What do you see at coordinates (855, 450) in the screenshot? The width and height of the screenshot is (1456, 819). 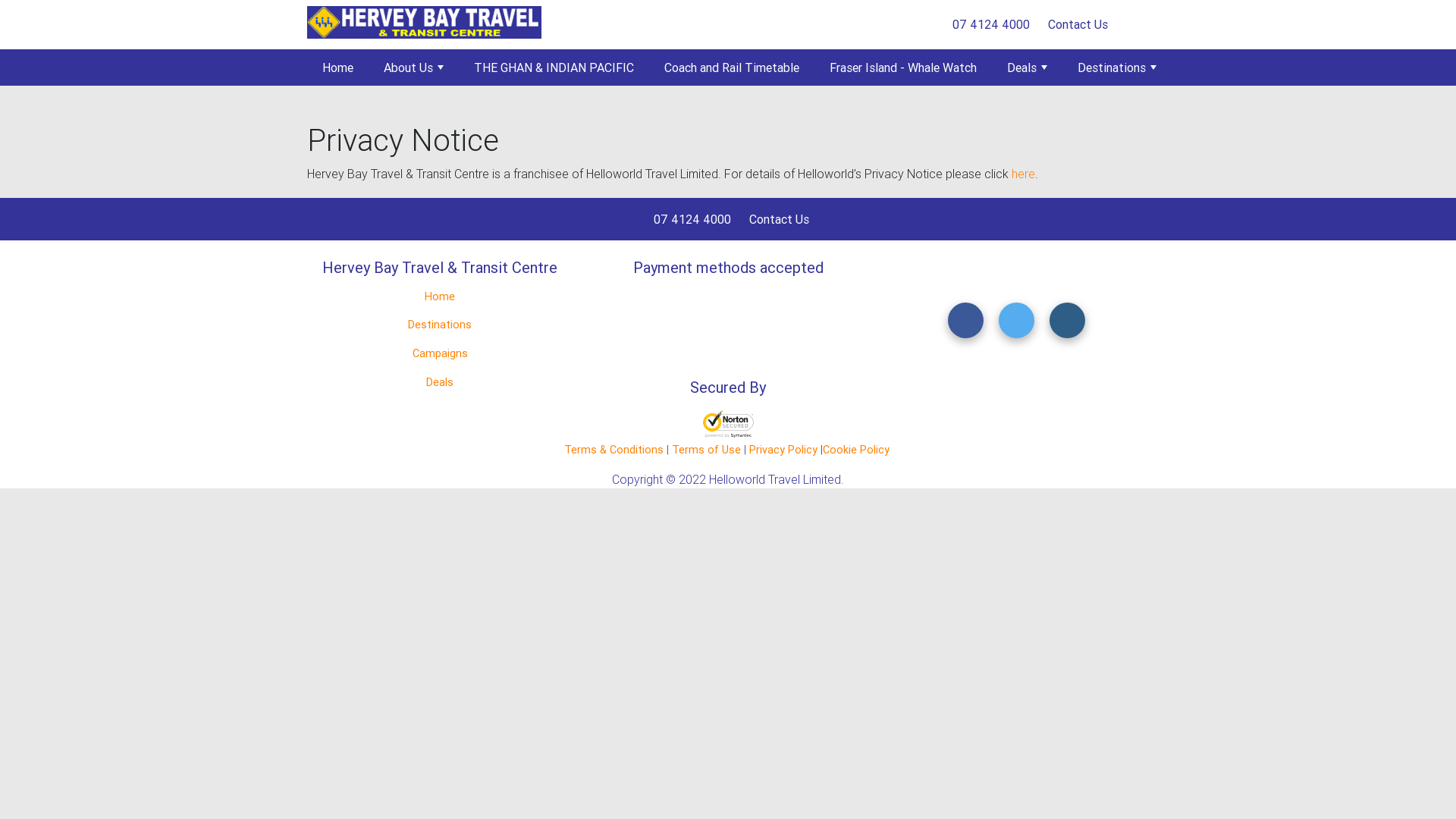 I see `'Cookie Policy'` at bounding box center [855, 450].